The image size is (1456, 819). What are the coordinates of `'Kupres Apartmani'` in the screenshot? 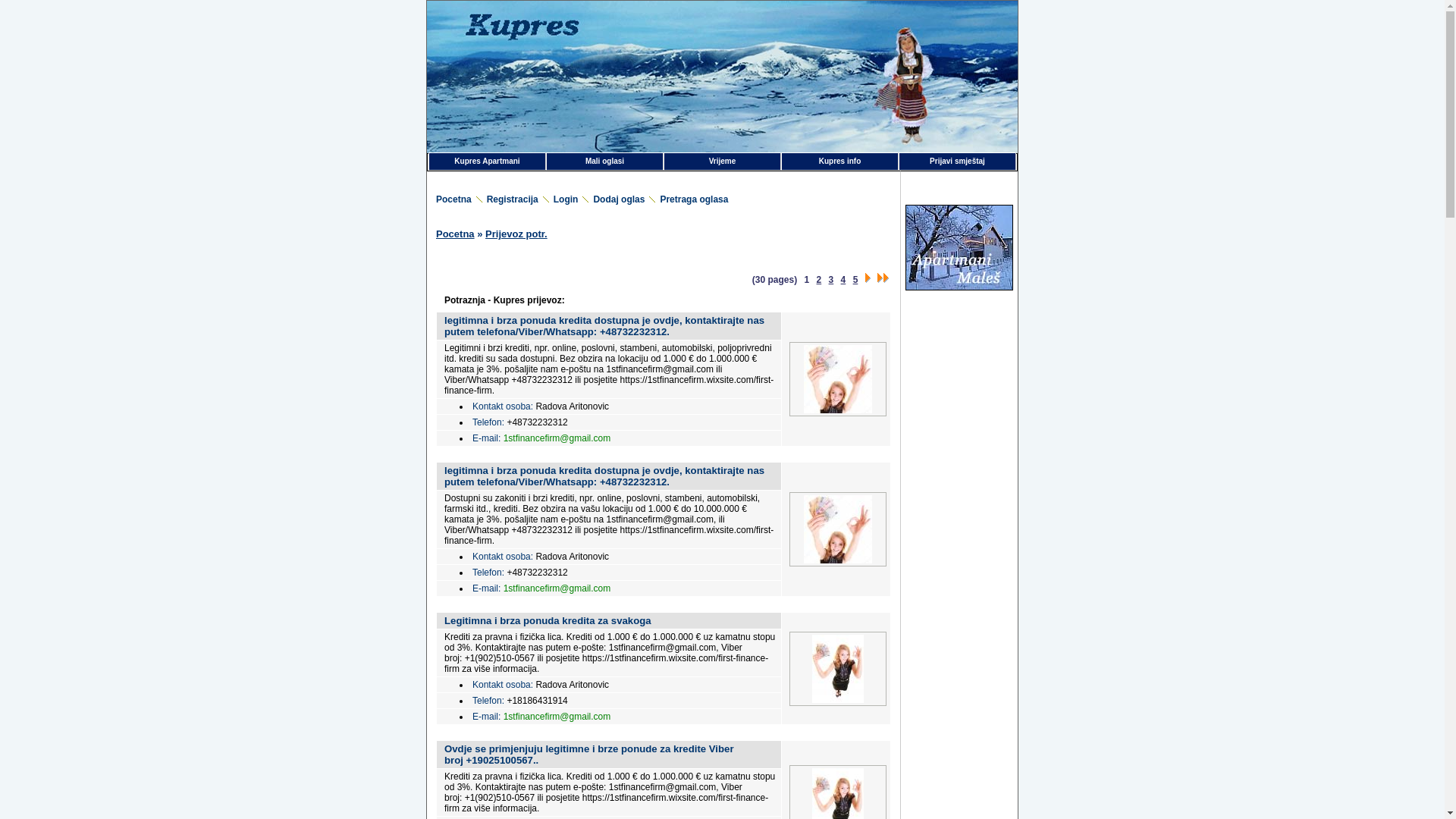 It's located at (487, 161).